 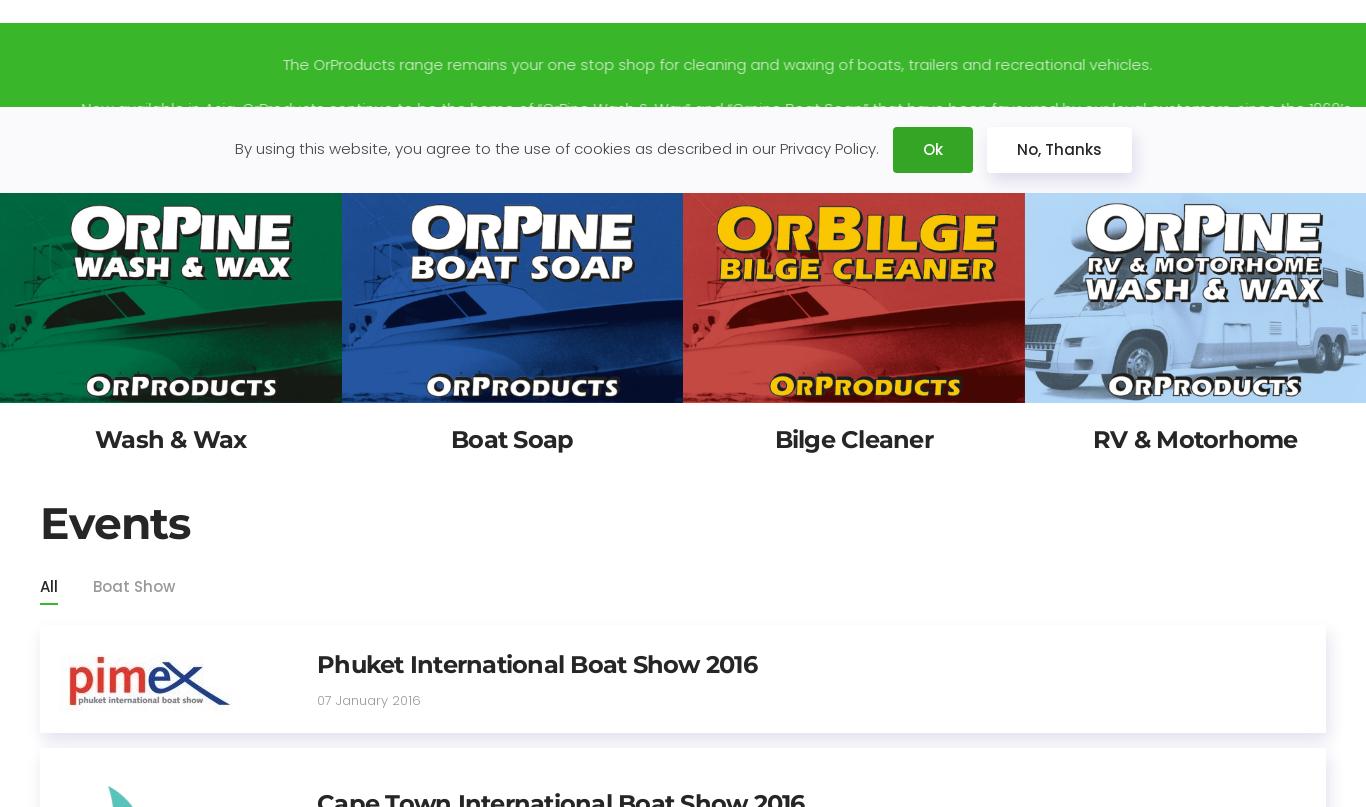 I want to click on 'OrProducts - trusted by US Boating and Recreation, for over 50 years.', so click(x=683, y=149).